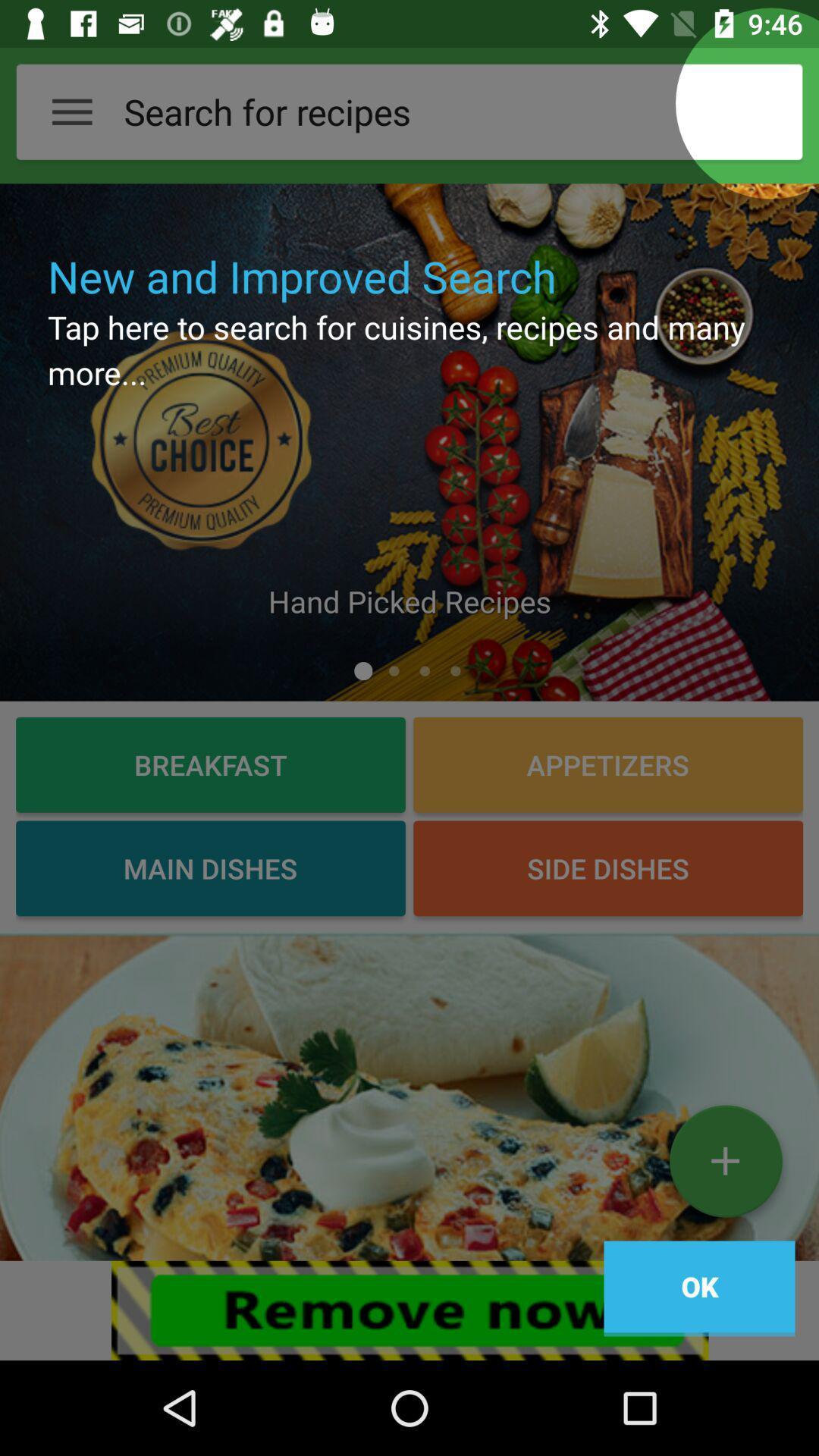 The width and height of the screenshot is (819, 1456). Describe the element at coordinates (409, 1096) in the screenshot. I see `advertisement` at that location.